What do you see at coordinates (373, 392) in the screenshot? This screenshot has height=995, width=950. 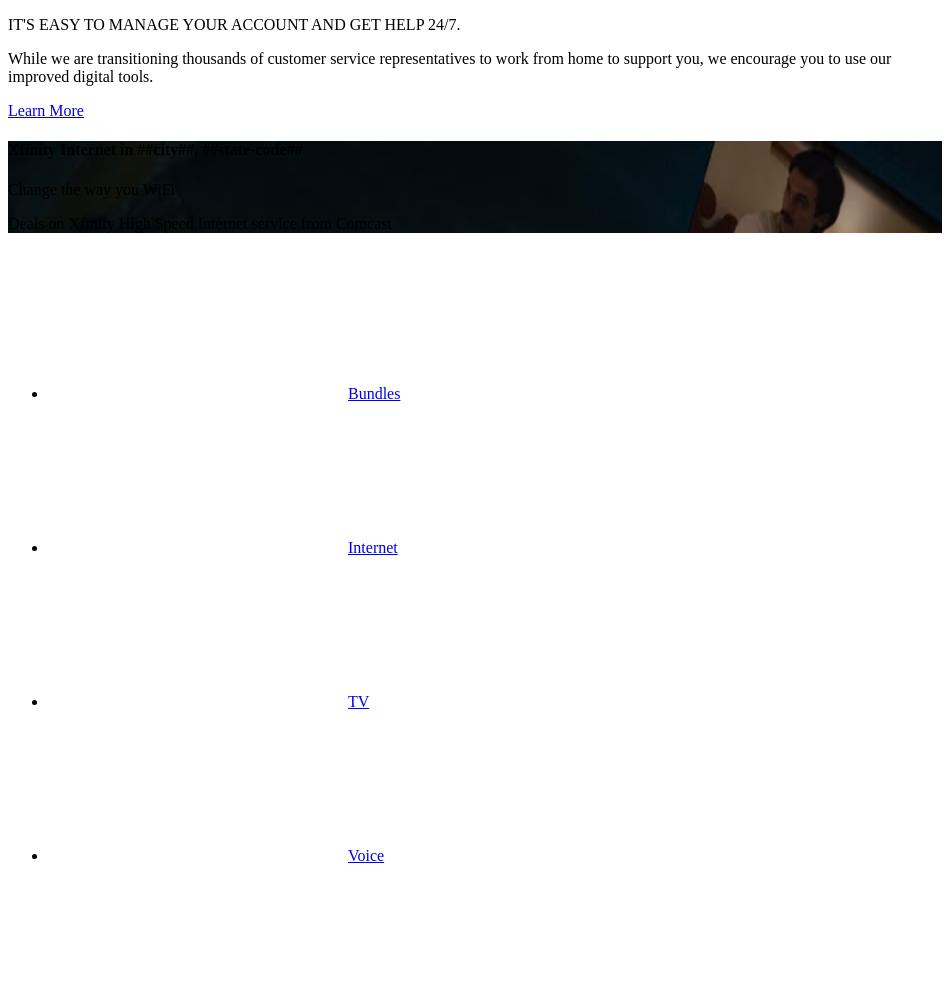 I see `'Bundles'` at bounding box center [373, 392].